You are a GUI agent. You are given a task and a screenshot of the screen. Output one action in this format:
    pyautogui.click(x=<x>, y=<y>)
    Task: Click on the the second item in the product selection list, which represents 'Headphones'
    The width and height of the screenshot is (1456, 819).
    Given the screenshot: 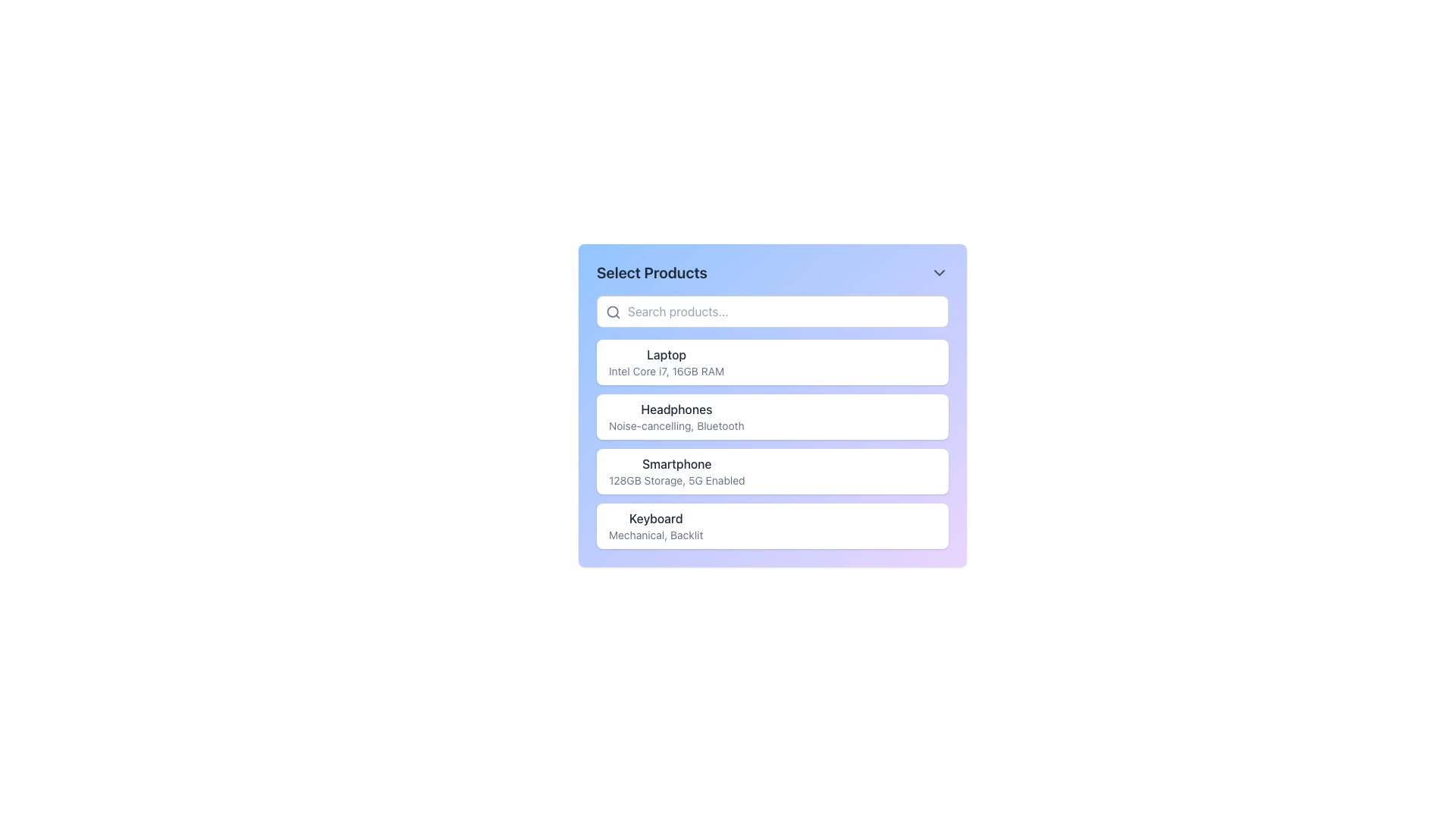 What is the action you would take?
    pyautogui.click(x=772, y=405)
    